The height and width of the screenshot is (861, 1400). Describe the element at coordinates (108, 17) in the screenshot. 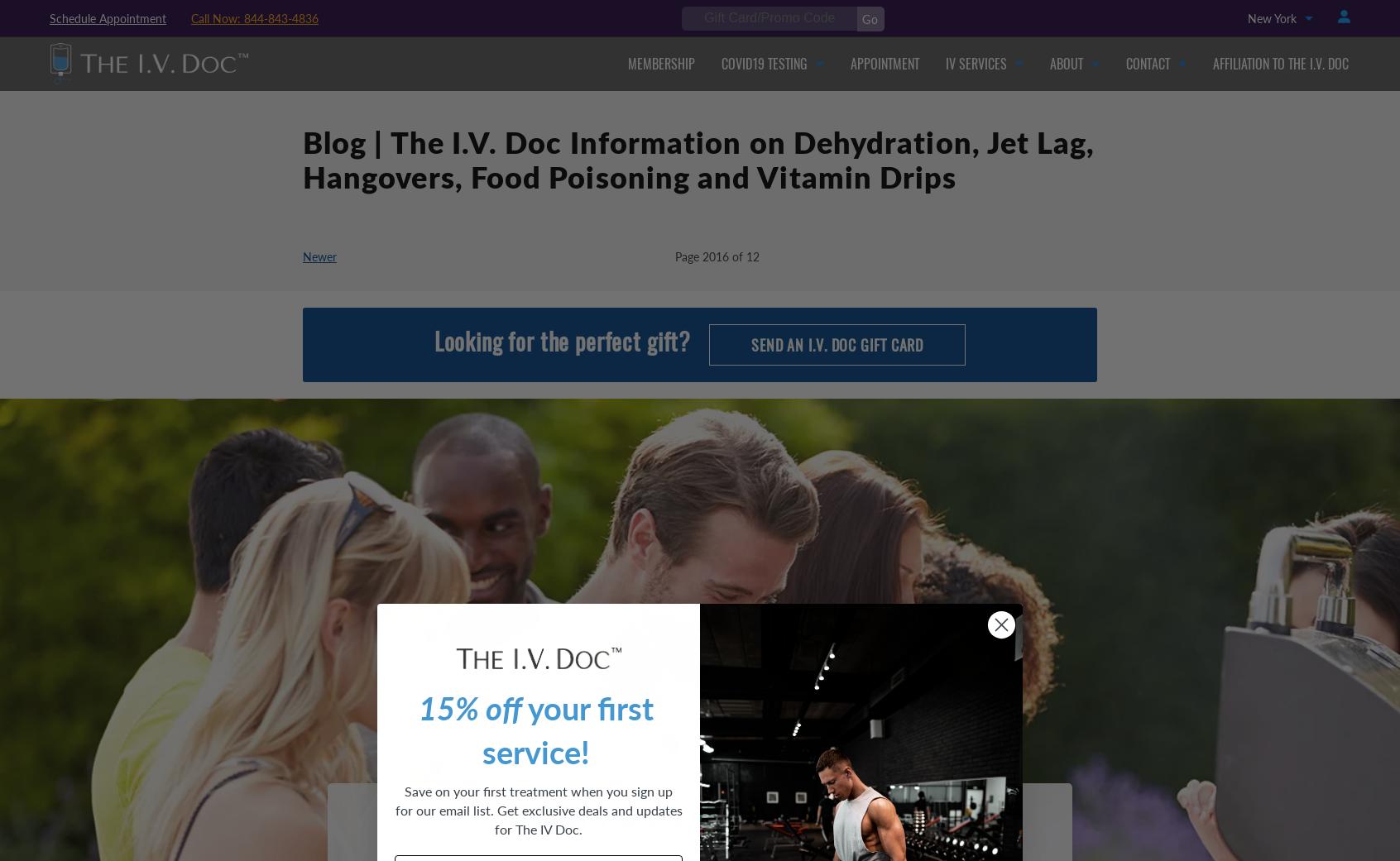

I see `'Schedule Appointment'` at that location.